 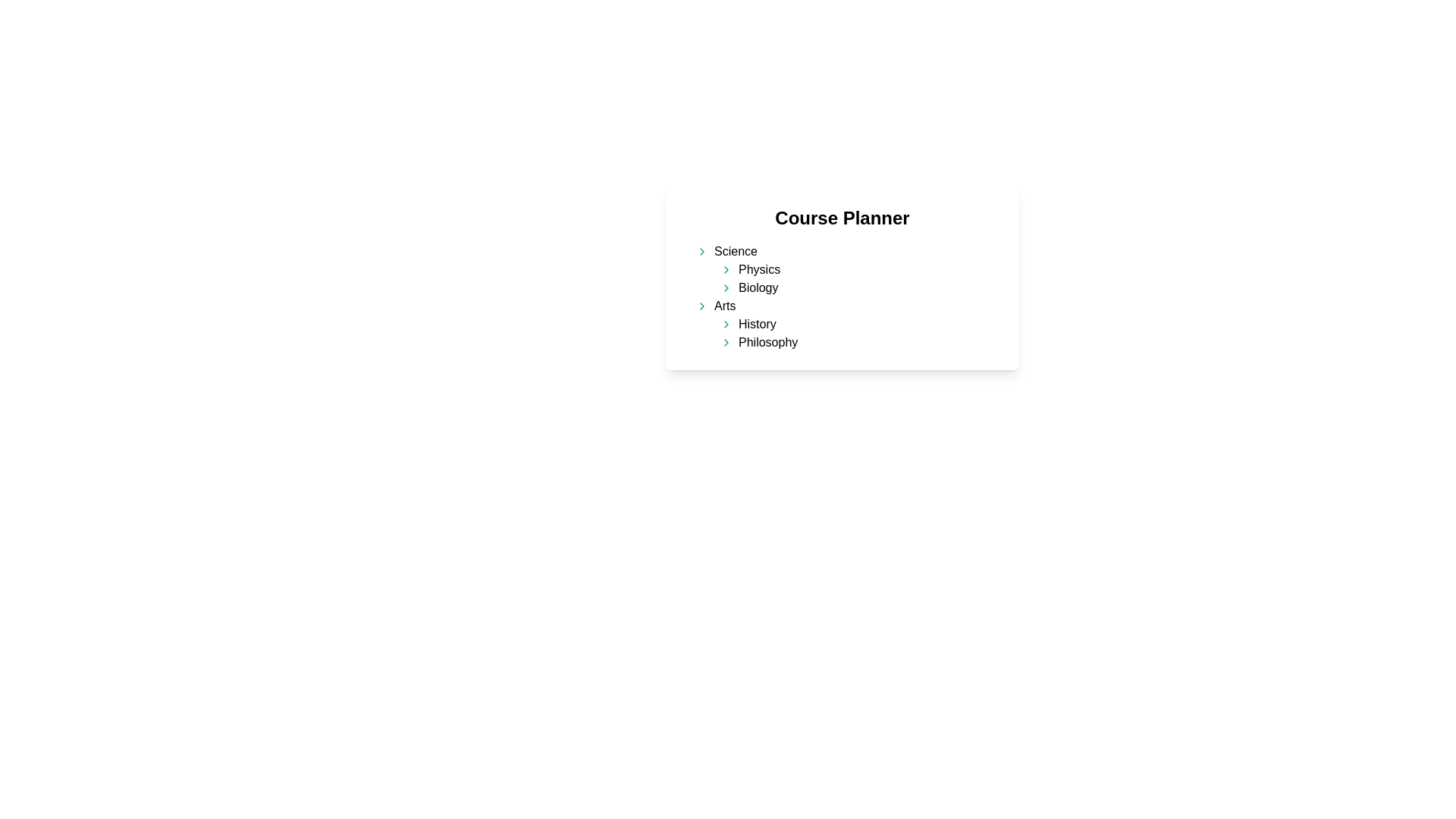 I want to click on the 'Course Planner' text label, which is bold and larger than other elements, to trigger tooltip or style effects, so click(x=841, y=218).